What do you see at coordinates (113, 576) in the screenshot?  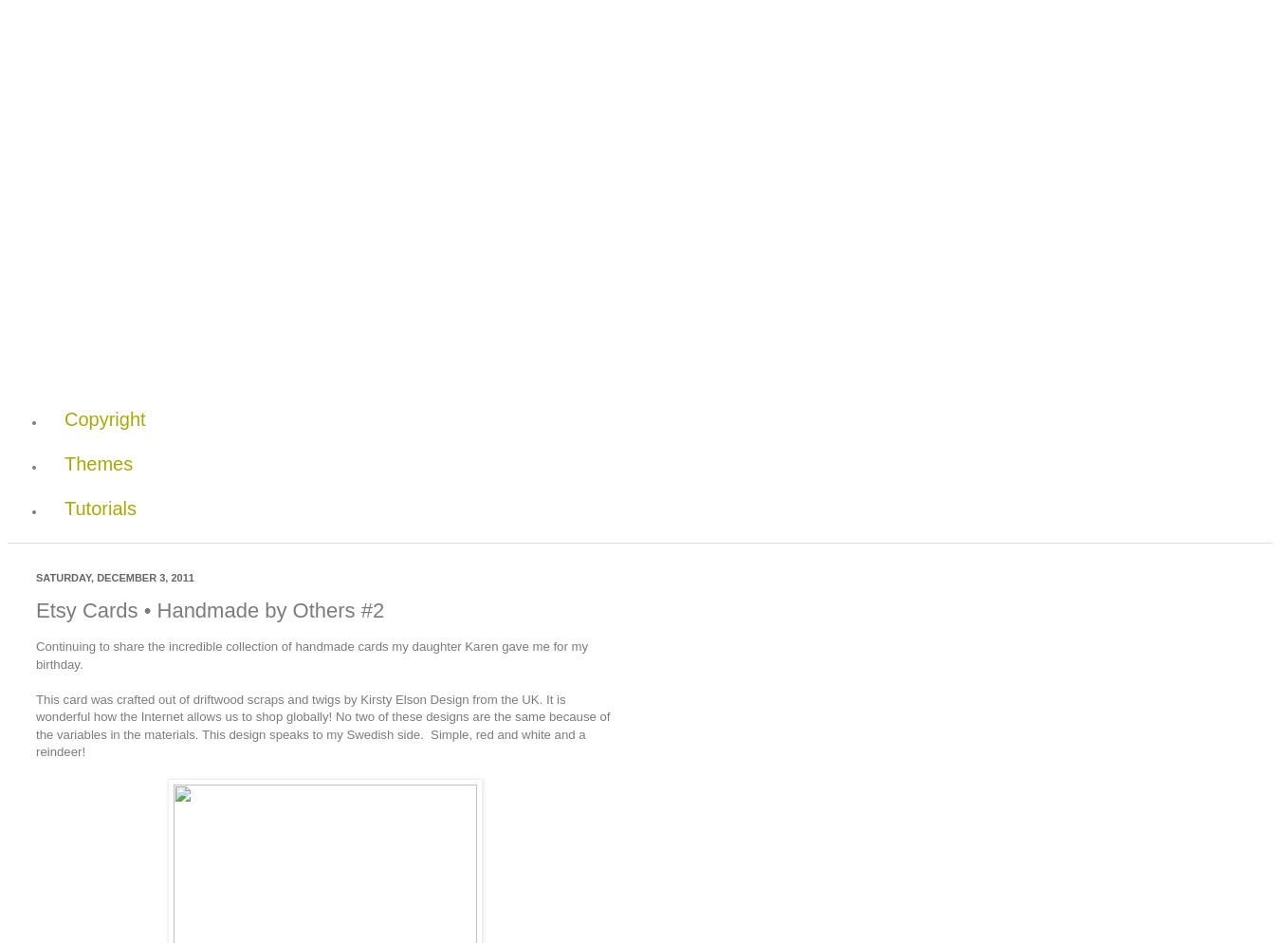 I see `'Saturday, December 3, 2011'` at bounding box center [113, 576].